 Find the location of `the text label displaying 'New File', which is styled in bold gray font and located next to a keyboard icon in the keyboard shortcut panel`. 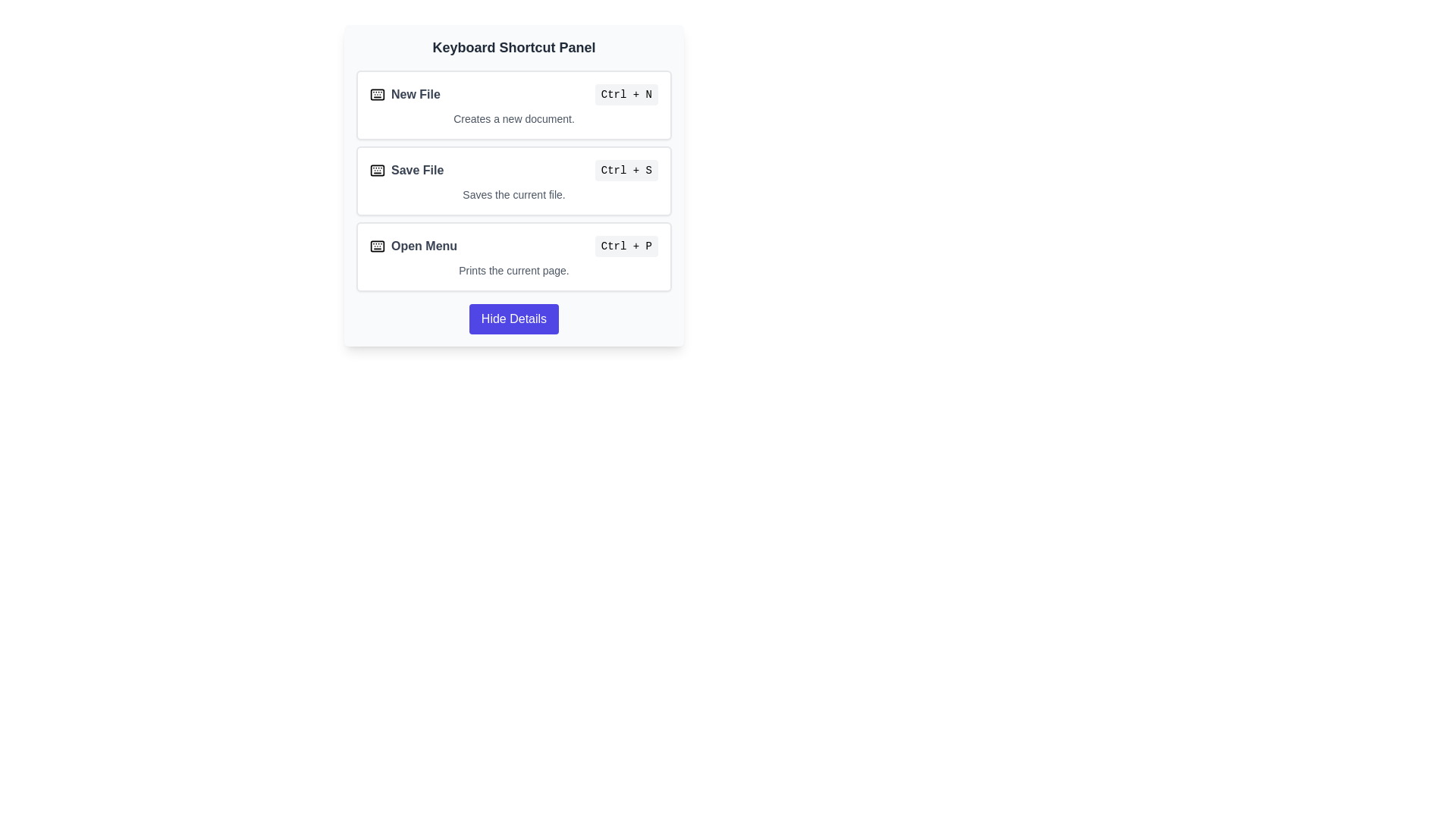

the text label displaying 'New File', which is styled in bold gray font and located next to a keyboard icon in the keyboard shortcut panel is located at coordinates (416, 94).